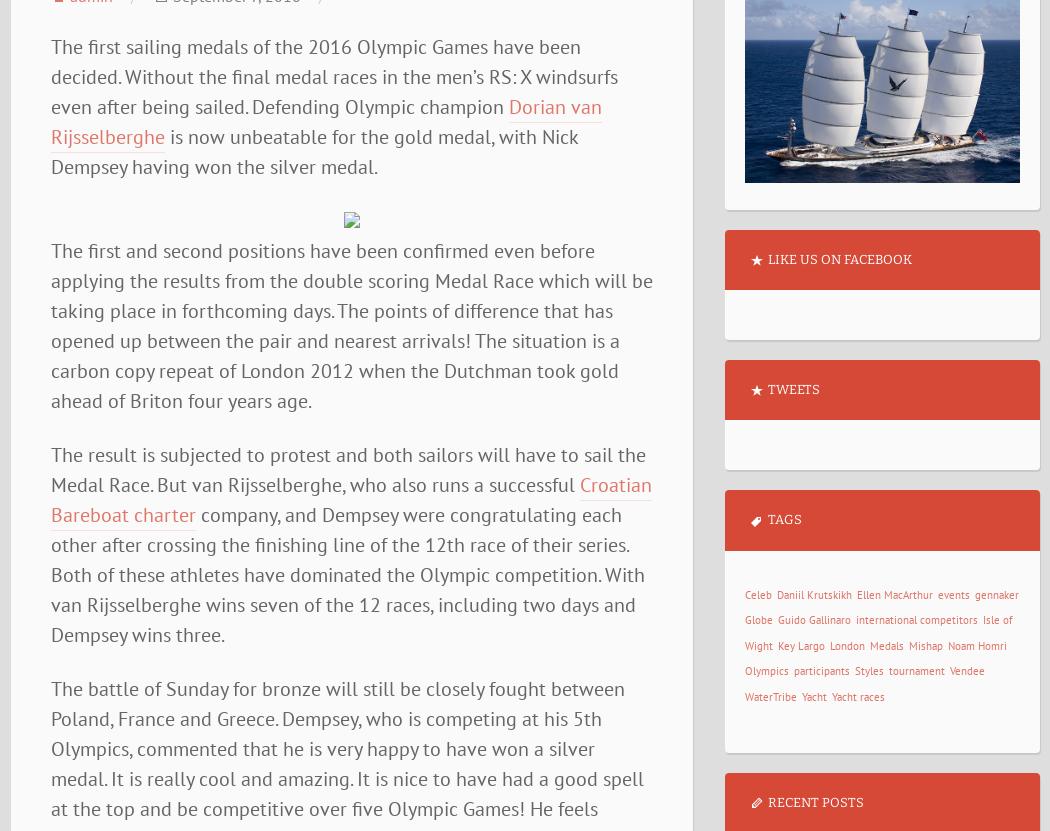 Image resolution: width=1050 pixels, height=831 pixels. I want to click on 'London', so click(846, 644).